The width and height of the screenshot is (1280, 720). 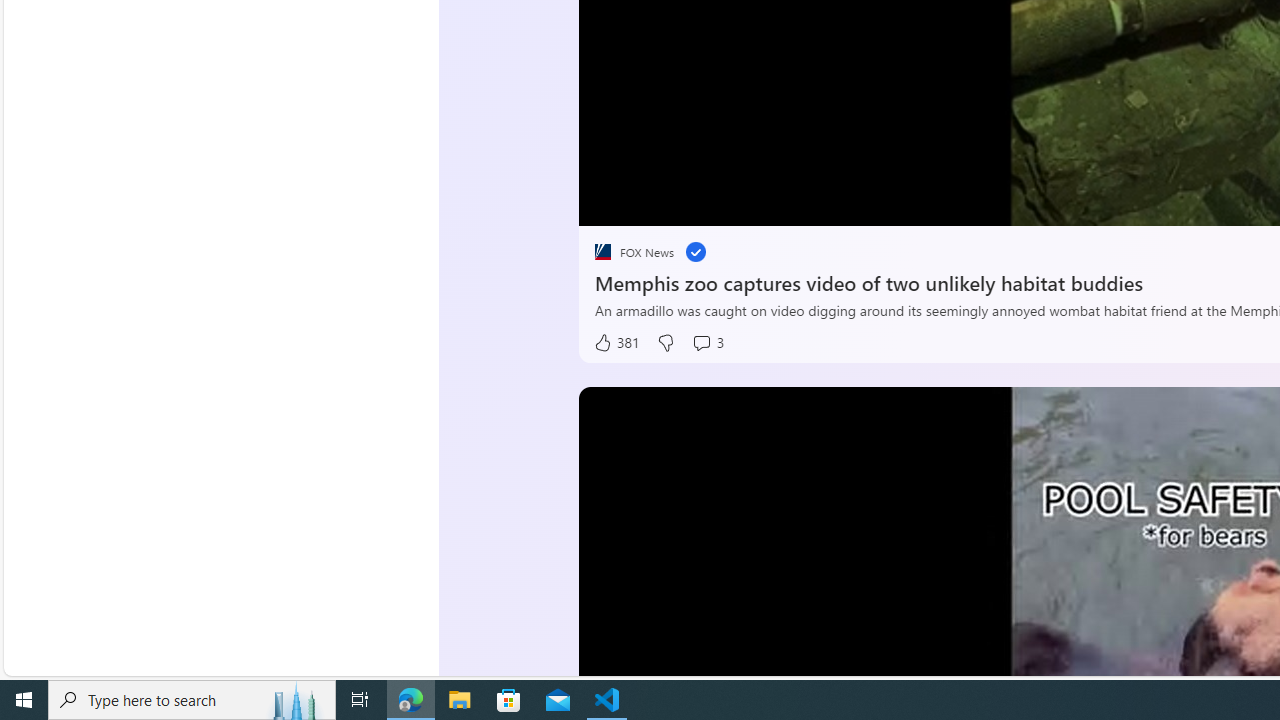 What do you see at coordinates (707, 342) in the screenshot?
I see `'View comments 3 Comment'` at bounding box center [707, 342].